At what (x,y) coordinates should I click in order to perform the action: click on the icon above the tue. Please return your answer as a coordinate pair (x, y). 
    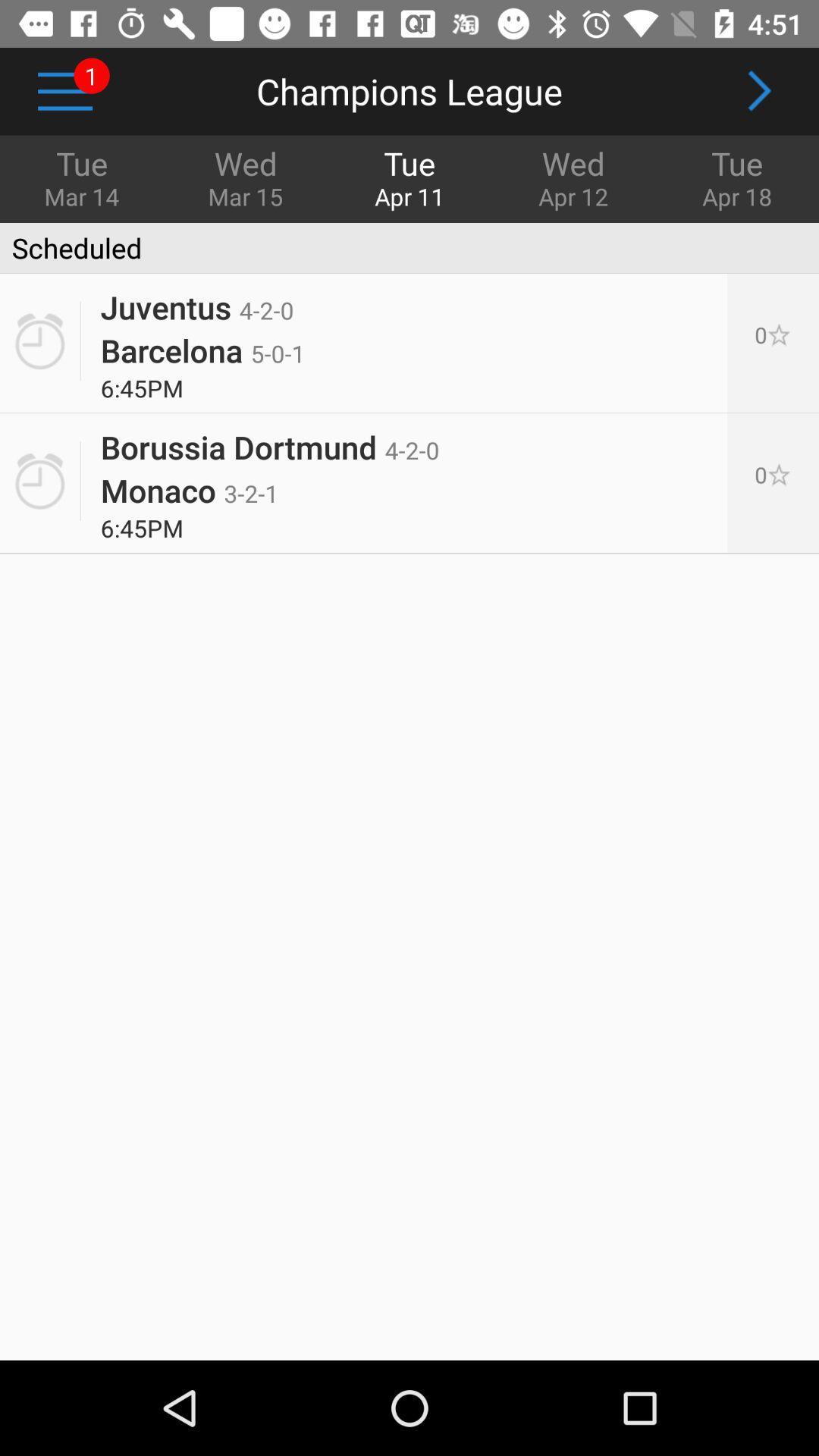
    Looking at the image, I should click on (758, 90).